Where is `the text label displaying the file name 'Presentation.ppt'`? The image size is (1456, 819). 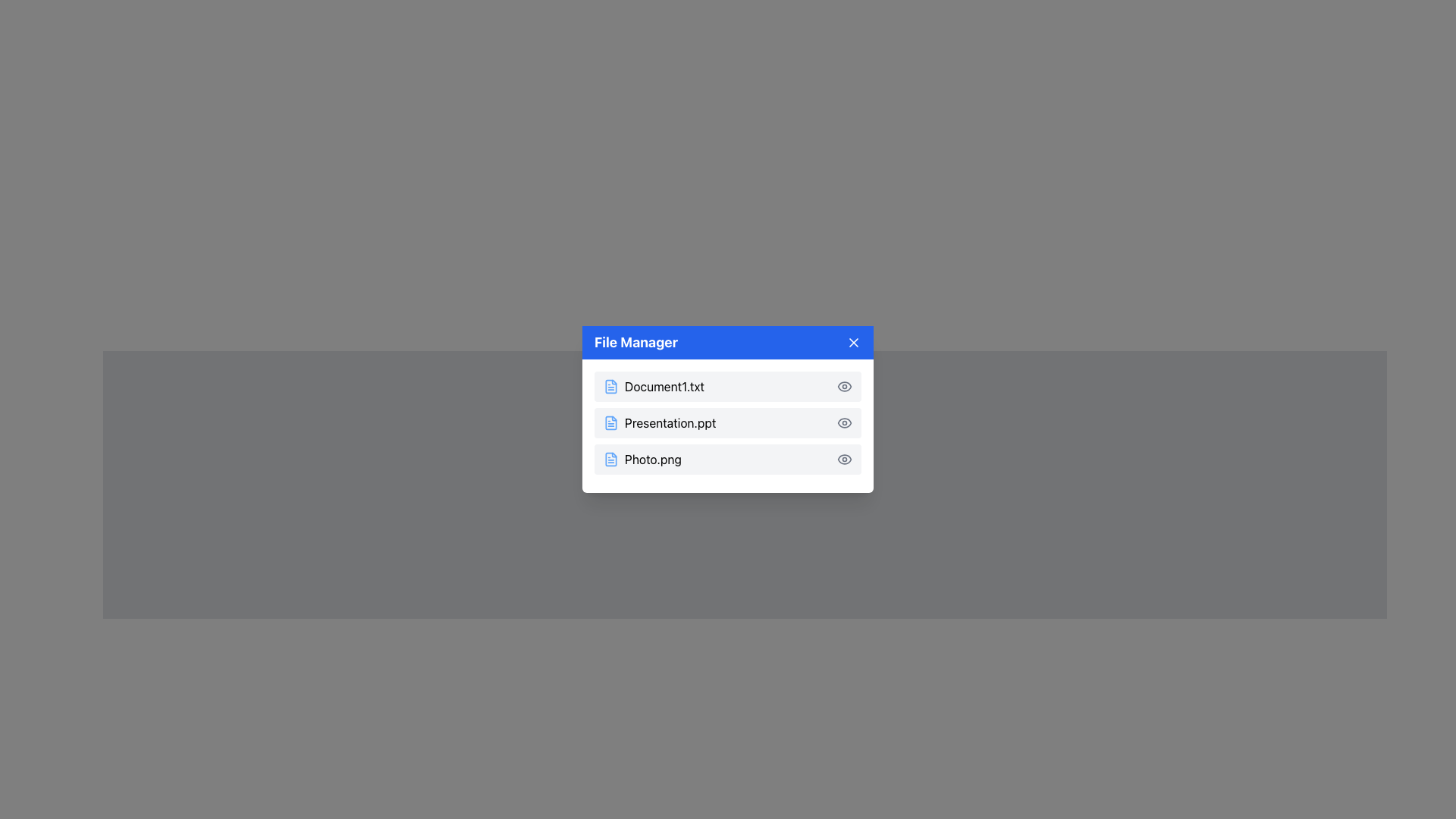 the text label displaying the file name 'Presentation.ppt' is located at coordinates (669, 423).